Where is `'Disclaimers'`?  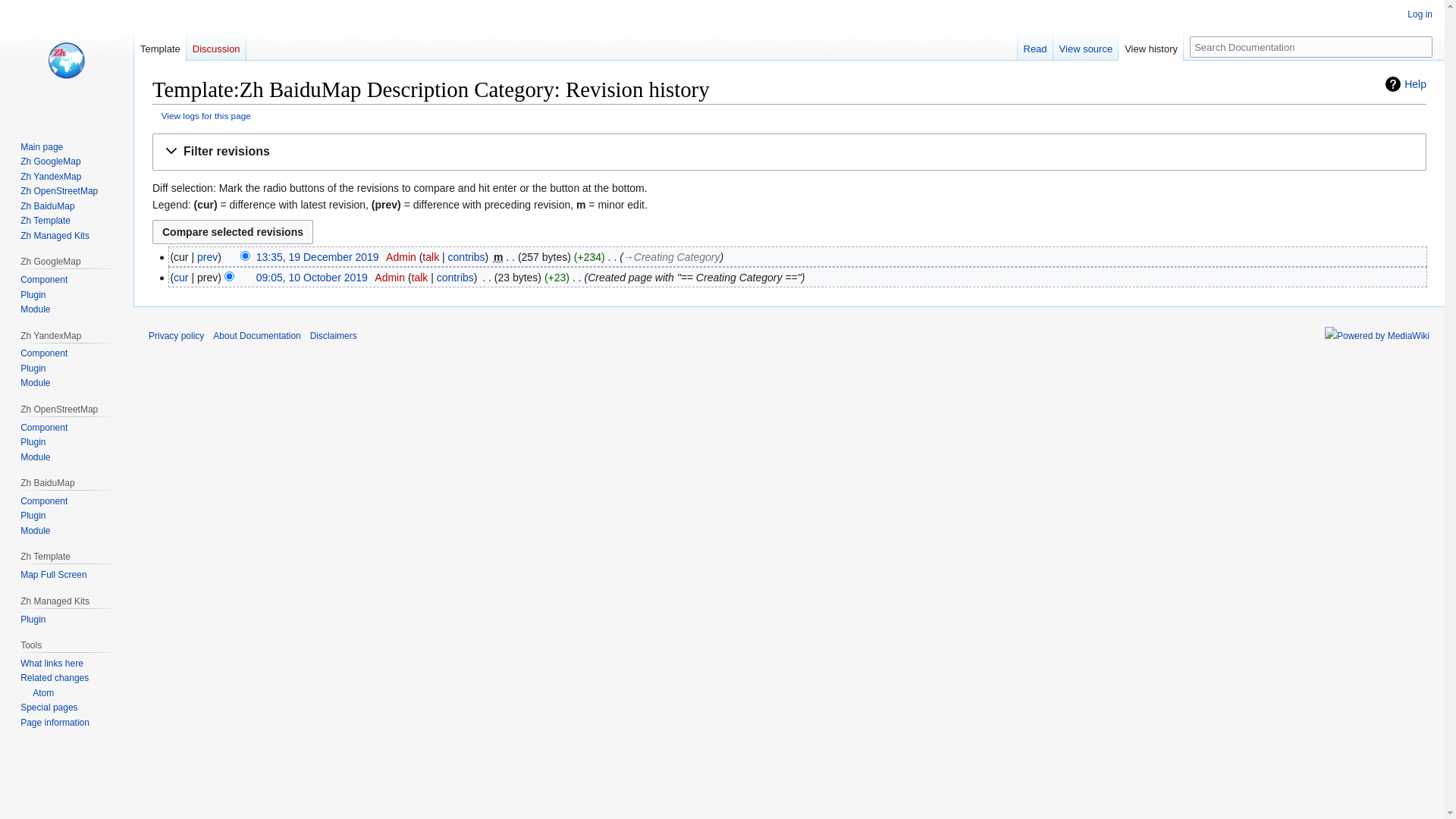
'Disclaimers' is located at coordinates (333, 335).